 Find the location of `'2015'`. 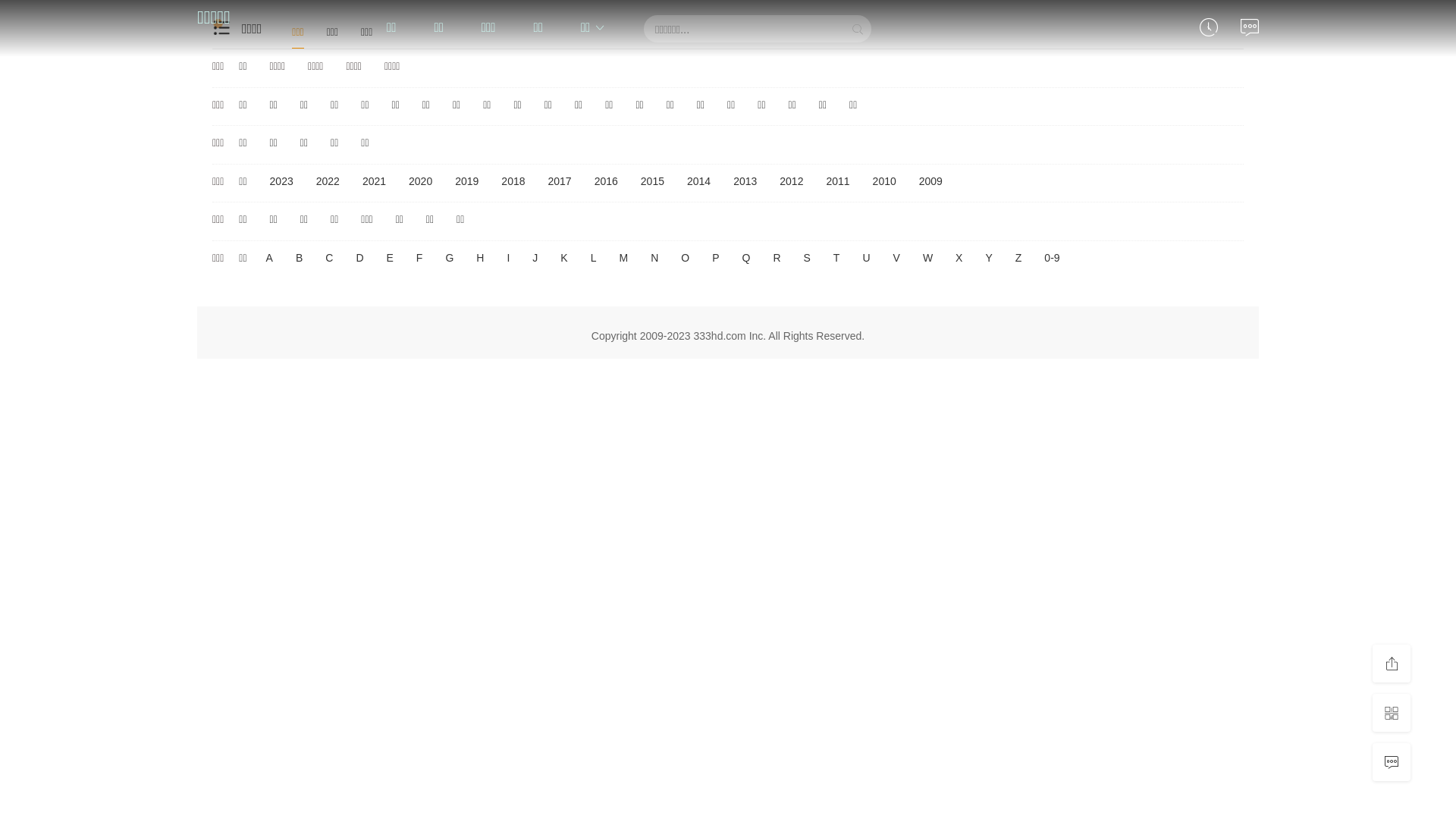

'2015' is located at coordinates (652, 180).